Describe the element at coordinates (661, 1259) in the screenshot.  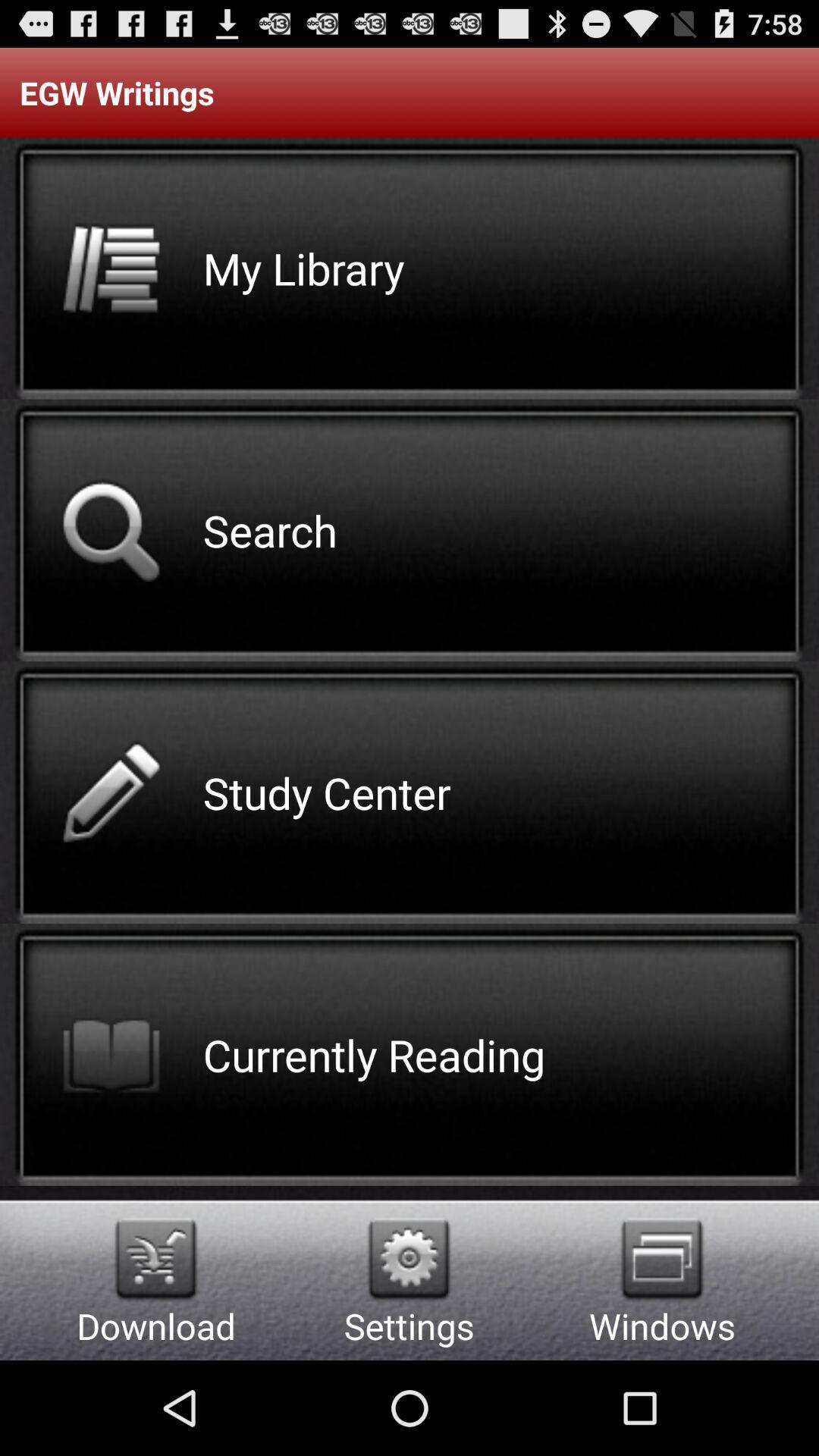
I see `open the menu up in a new window` at that location.